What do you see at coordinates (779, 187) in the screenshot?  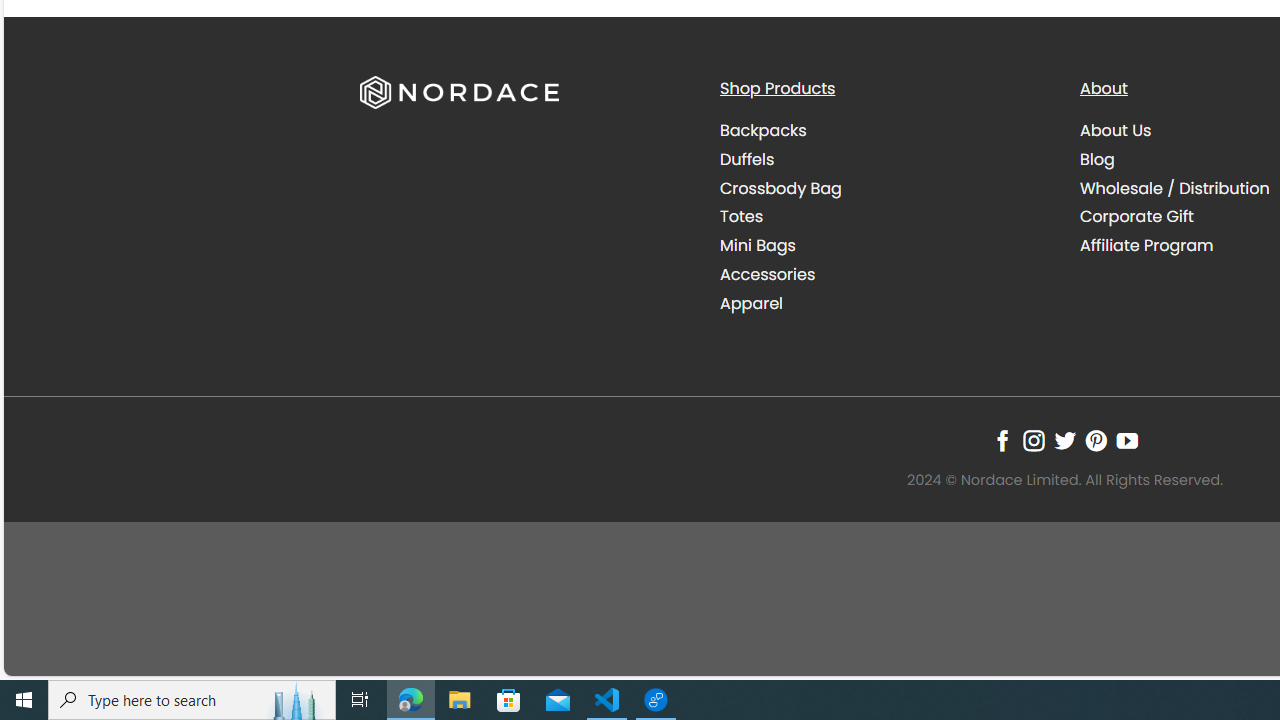 I see `'Crossbody Bag'` at bounding box center [779, 187].